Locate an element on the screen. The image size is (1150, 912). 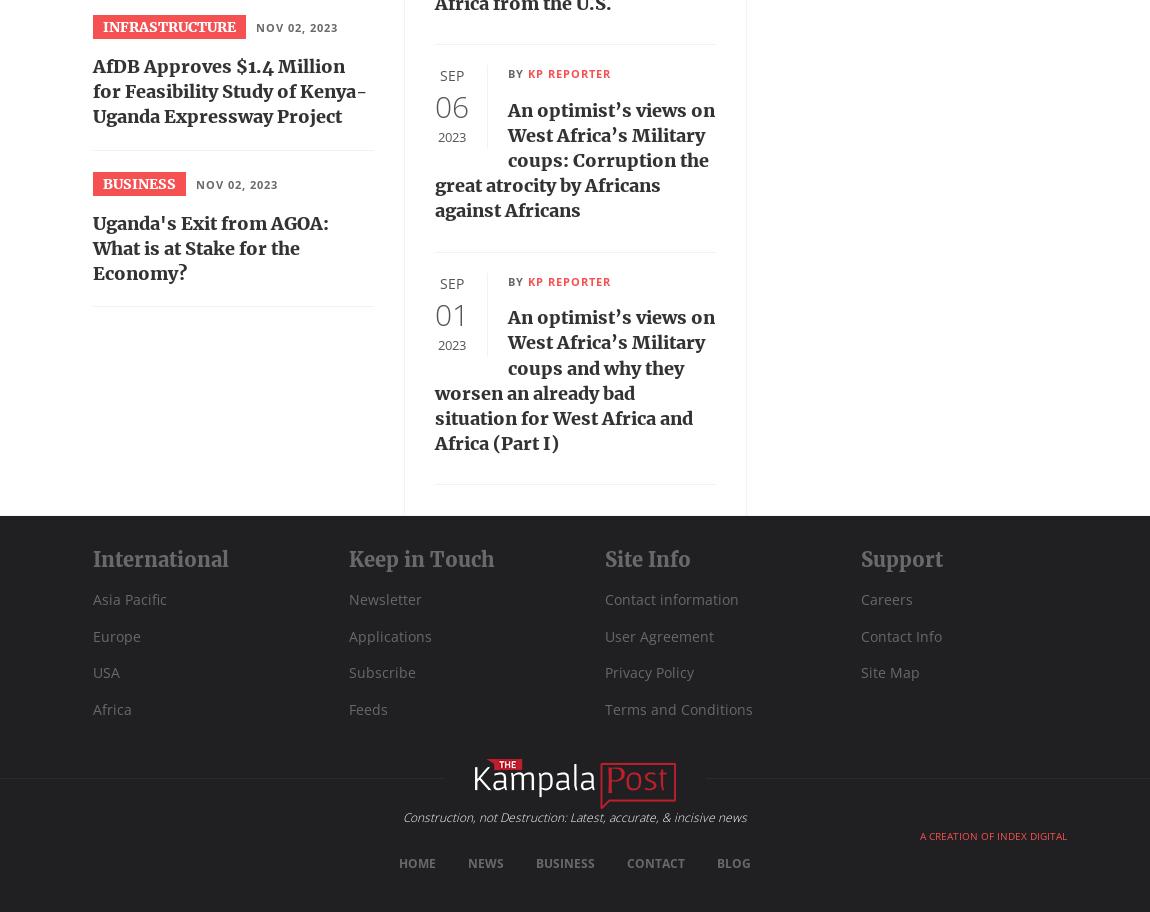
'An optimist’s views on West Africa’s Military coups and why they worsen an already bad situation for West Africa and Africa (Part I)' is located at coordinates (575, 380).